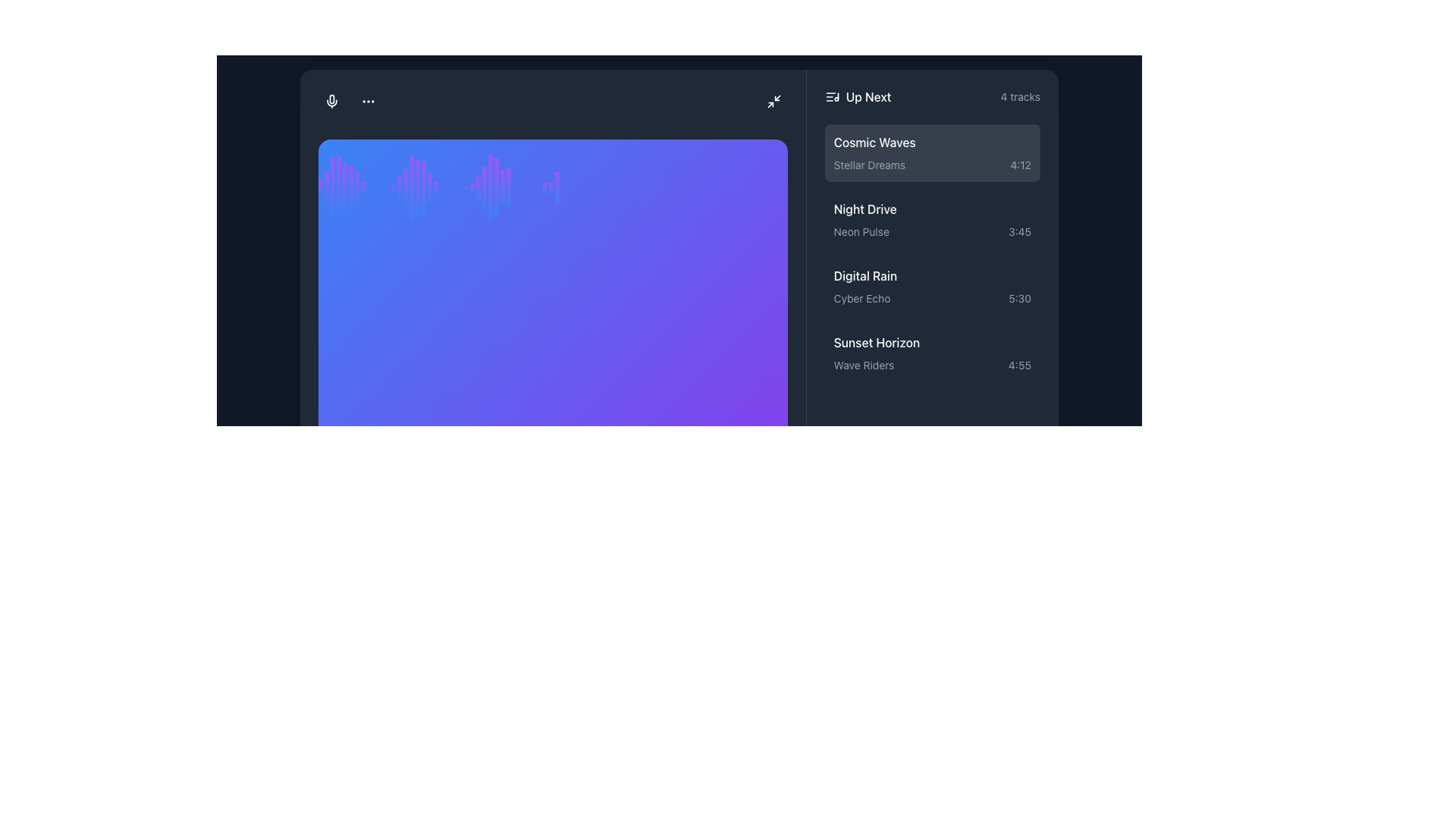 The width and height of the screenshot is (1456, 819). Describe the element at coordinates (931, 219) in the screenshot. I see `on the second list item in the 'Up Next' section` at that location.